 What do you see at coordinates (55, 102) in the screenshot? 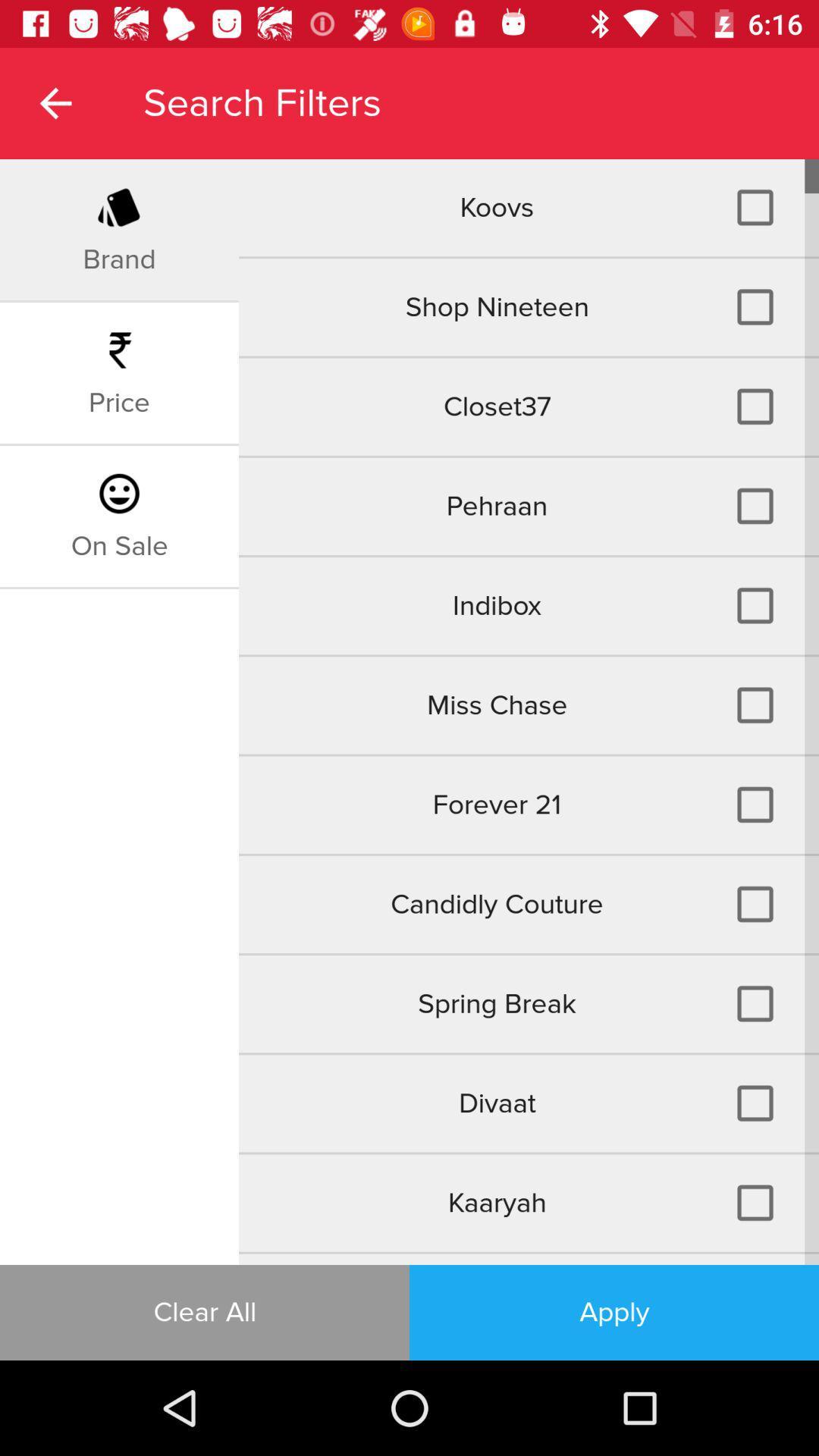
I see `item next to search filters` at bounding box center [55, 102].